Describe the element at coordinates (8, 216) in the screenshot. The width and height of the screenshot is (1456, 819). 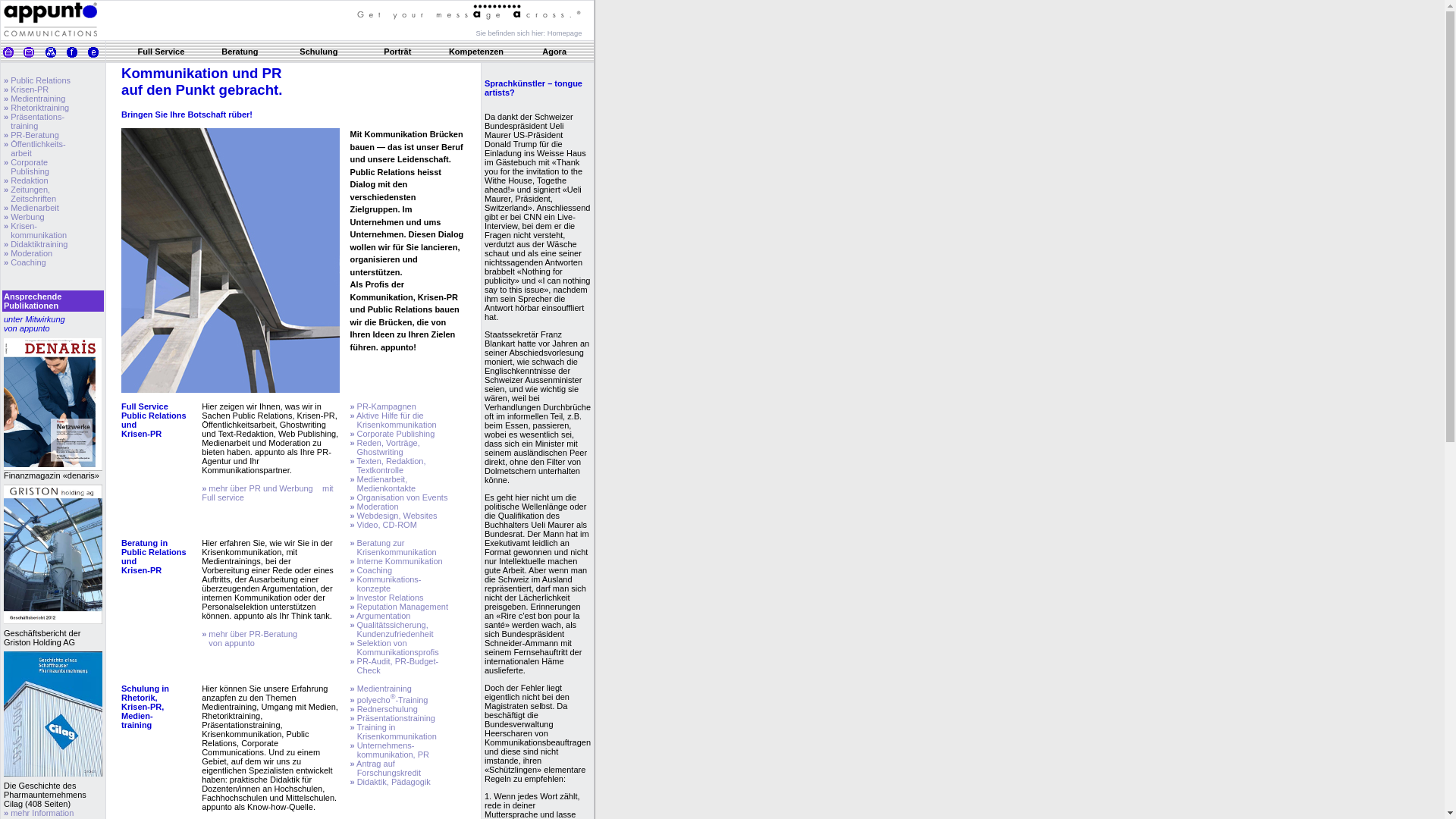
I see `' Werbung'` at that location.